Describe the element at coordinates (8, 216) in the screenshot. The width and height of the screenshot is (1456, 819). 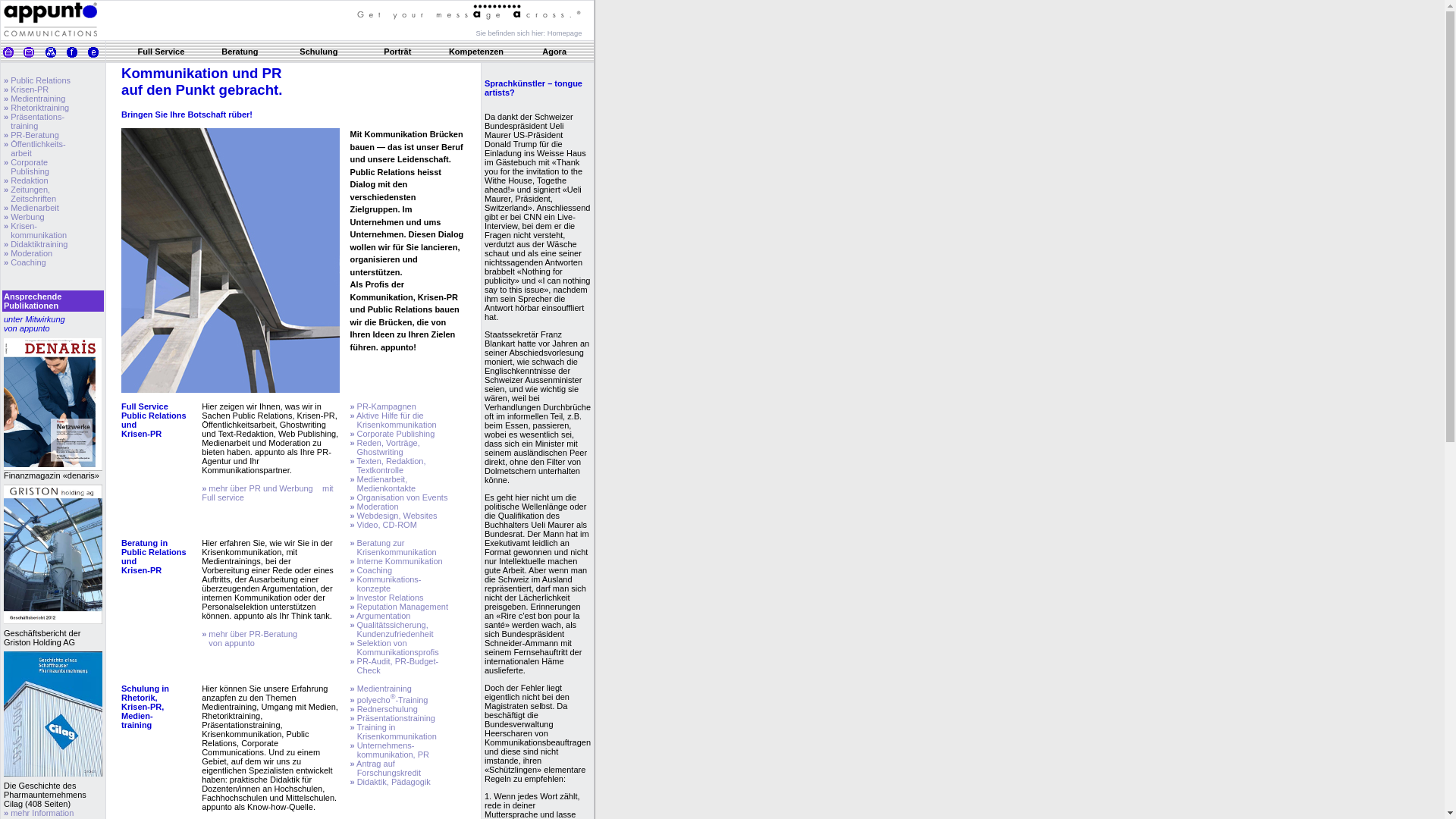
I see `' Werbung'` at that location.